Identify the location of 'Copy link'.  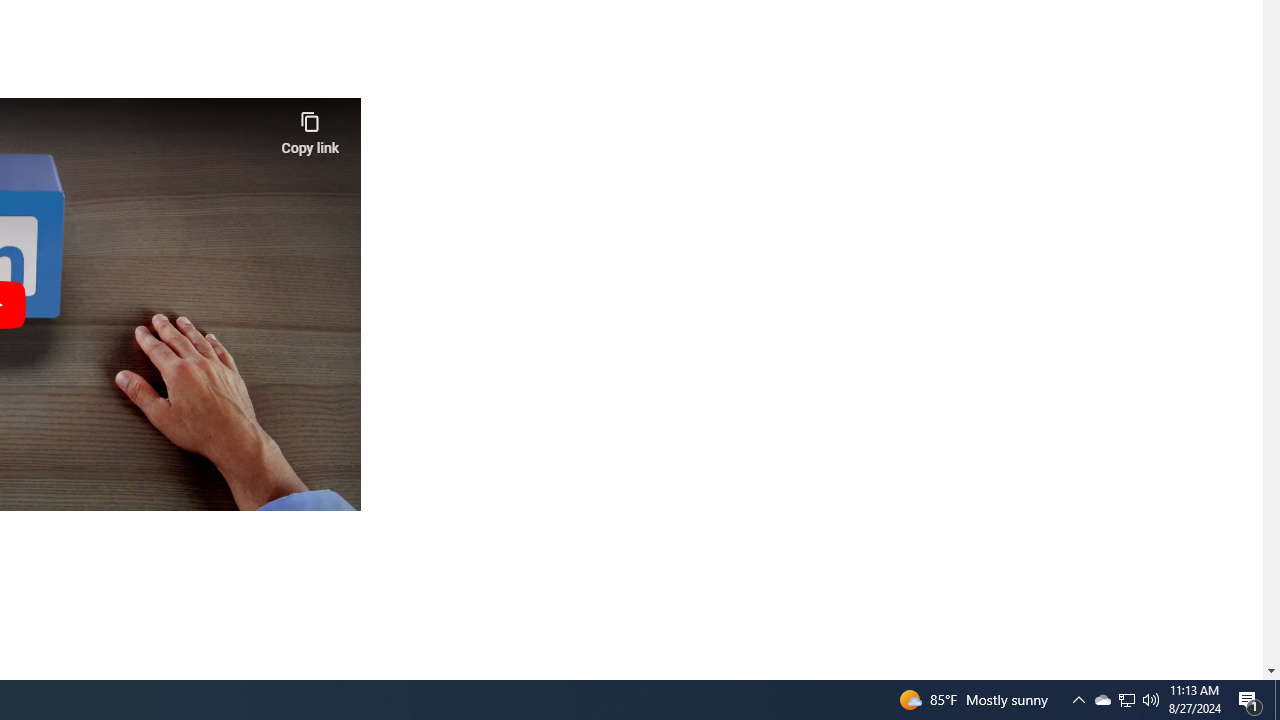
(309, 128).